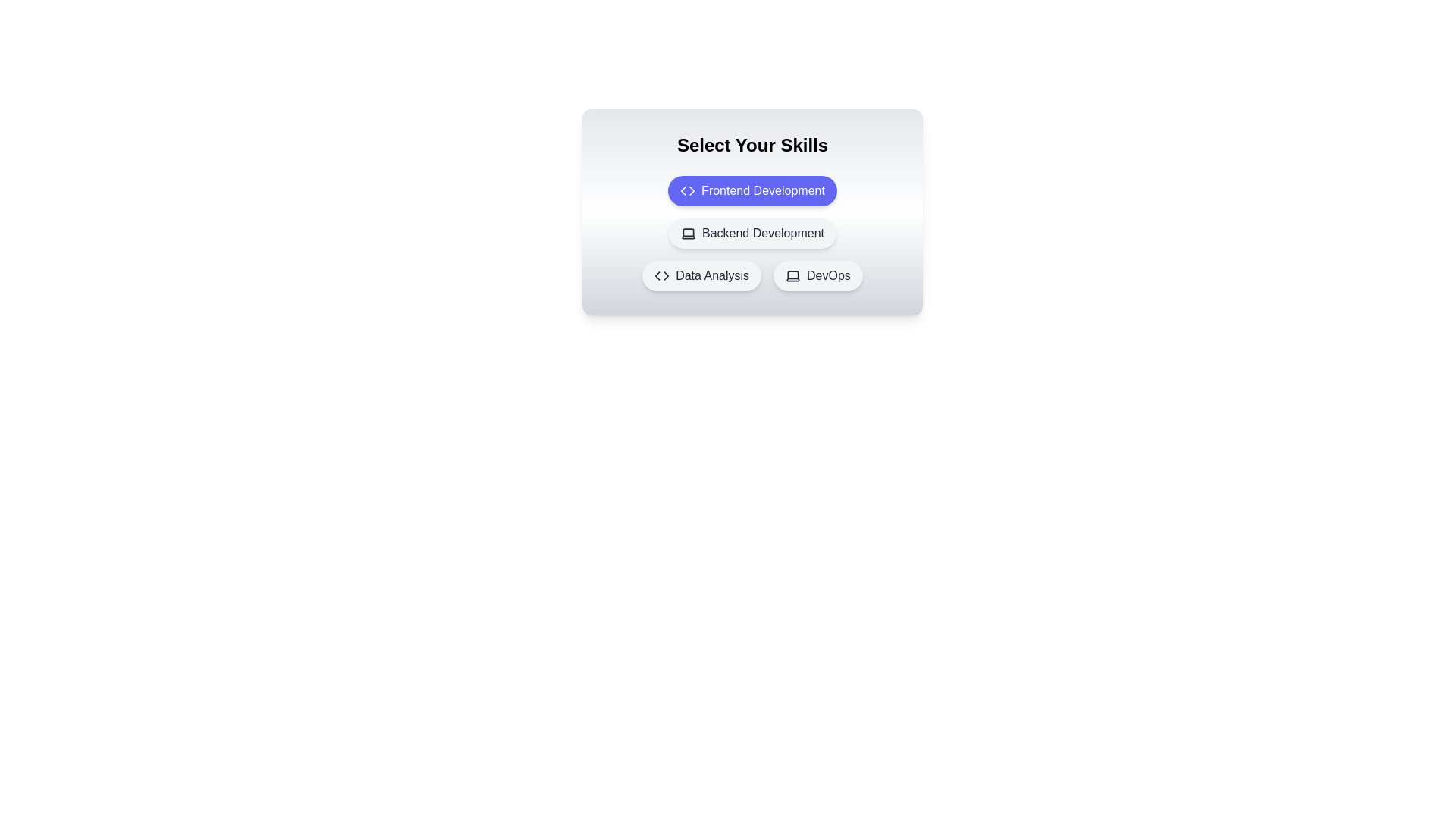 Image resolution: width=1456 pixels, height=819 pixels. Describe the element at coordinates (701, 275) in the screenshot. I see `the skill chip labeled 'Data Analysis' to toggle its selection state` at that location.